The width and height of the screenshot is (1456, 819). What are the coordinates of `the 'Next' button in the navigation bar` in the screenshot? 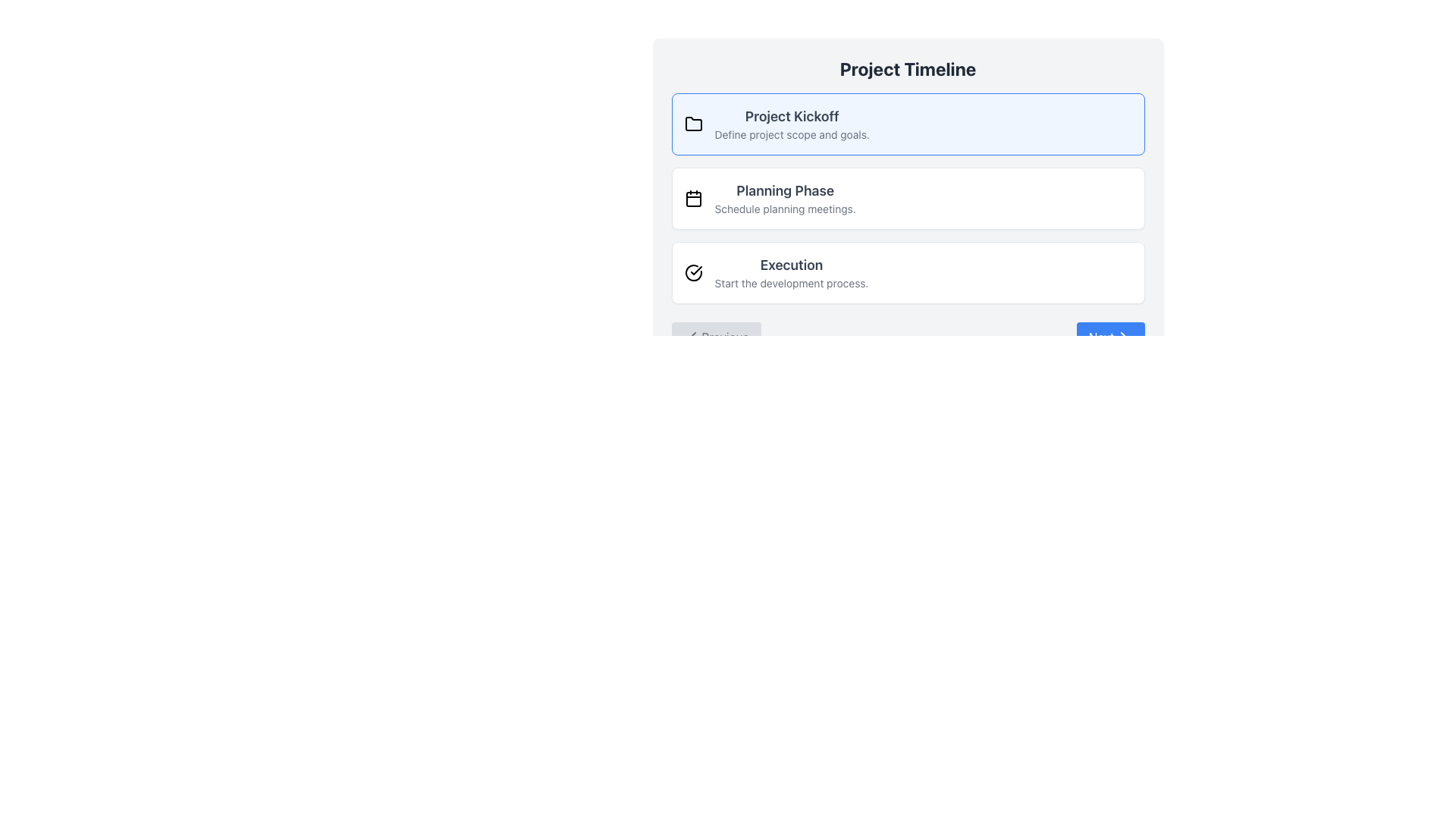 It's located at (908, 336).